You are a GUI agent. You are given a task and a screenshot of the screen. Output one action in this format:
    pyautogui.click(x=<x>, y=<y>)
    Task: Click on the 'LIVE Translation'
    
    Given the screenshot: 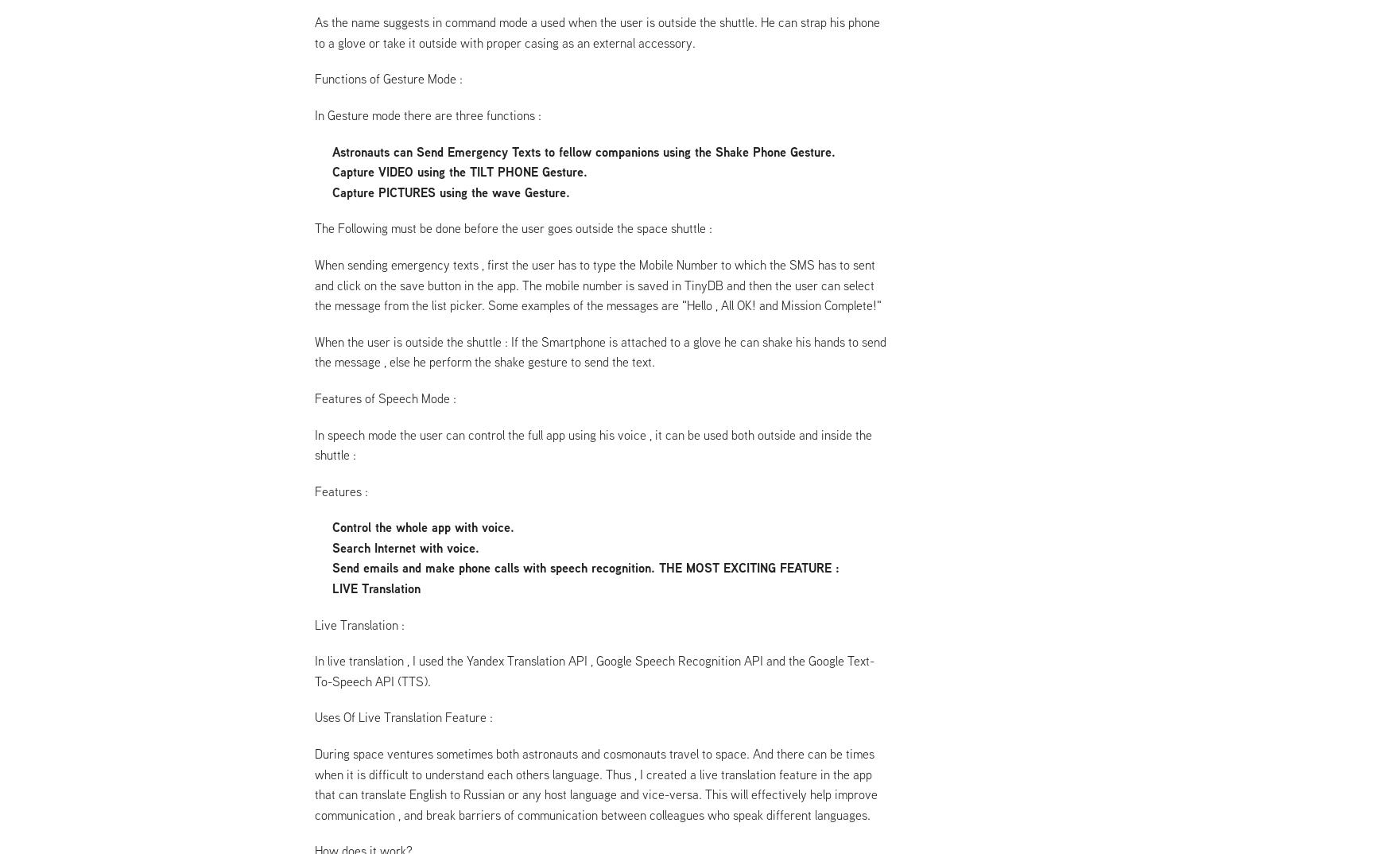 What is the action you would take?
    pyautogui.click(x=374, y=588)
    